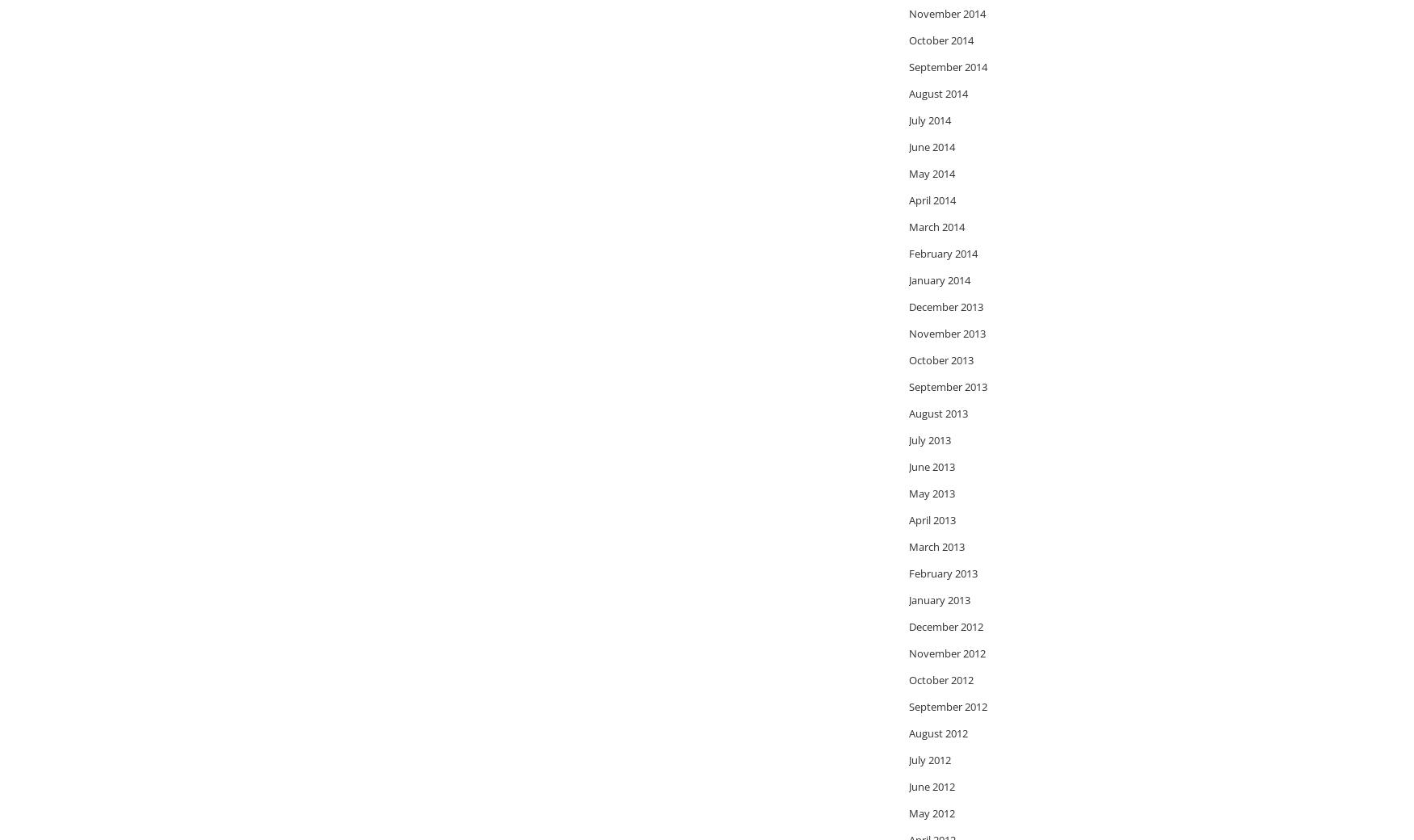  I want to click on 'March 2014', so click(936, 225).